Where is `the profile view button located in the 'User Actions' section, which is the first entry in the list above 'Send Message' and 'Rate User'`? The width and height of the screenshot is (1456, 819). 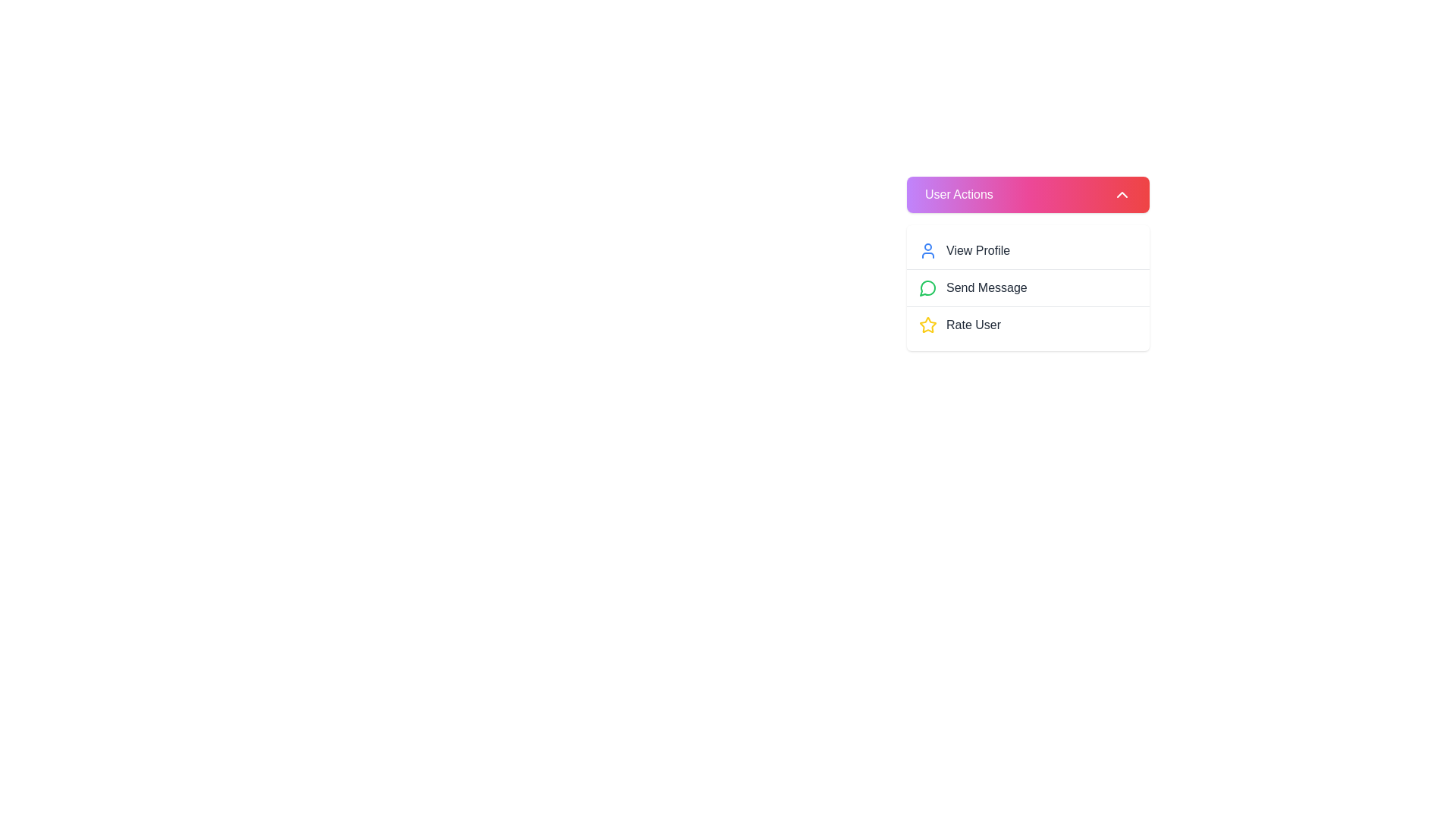 the profile view button located in the 'User Actions' section, which is the first entry in the list above 'Send Message' and 'Rate User' is located at coordinates (1028, 250).